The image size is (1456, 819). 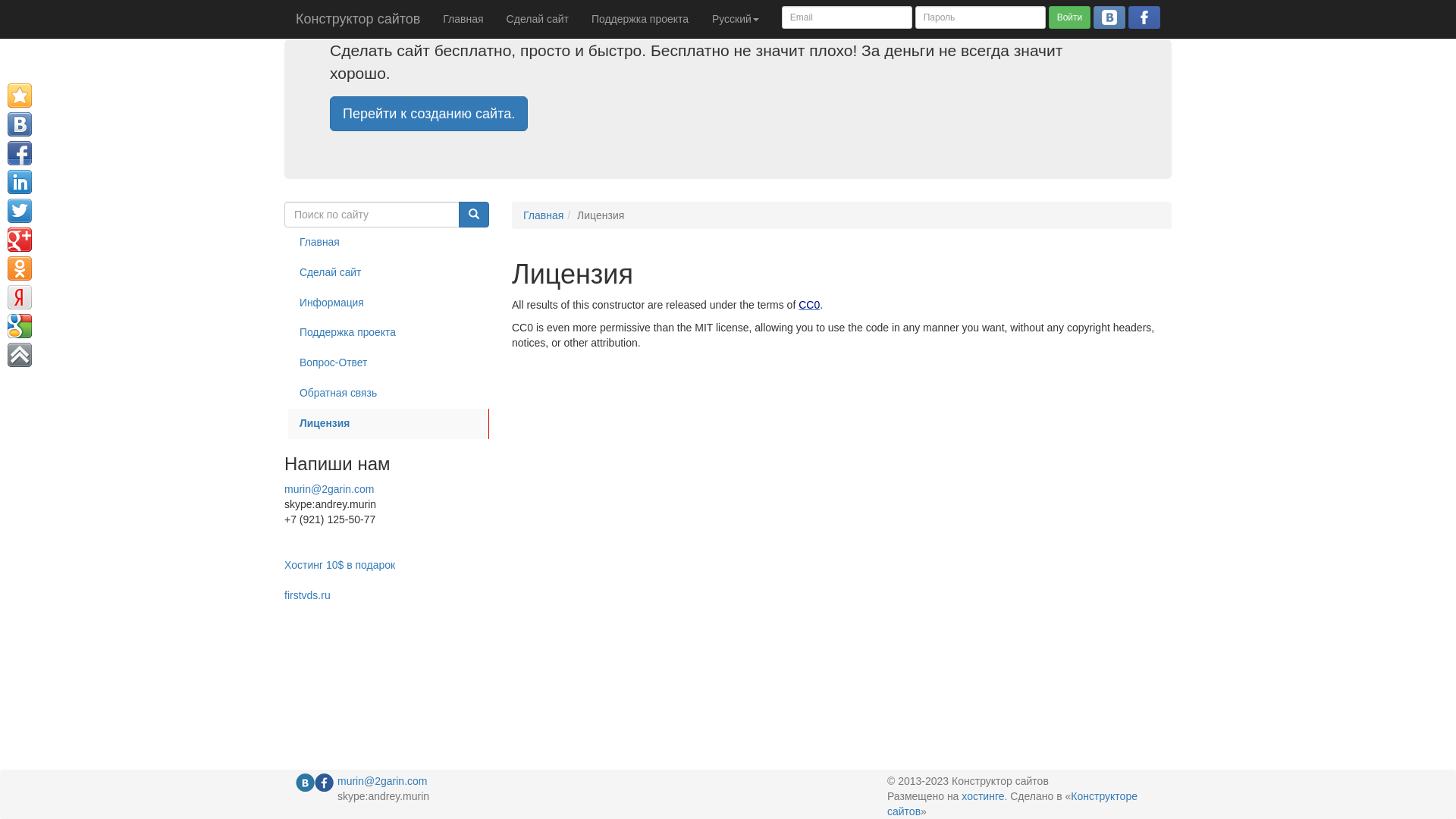 What do you see at coordinates (284, 488) in the screenshot?
I see `'murin@2garin.com'` at bounding box center [284, 488].